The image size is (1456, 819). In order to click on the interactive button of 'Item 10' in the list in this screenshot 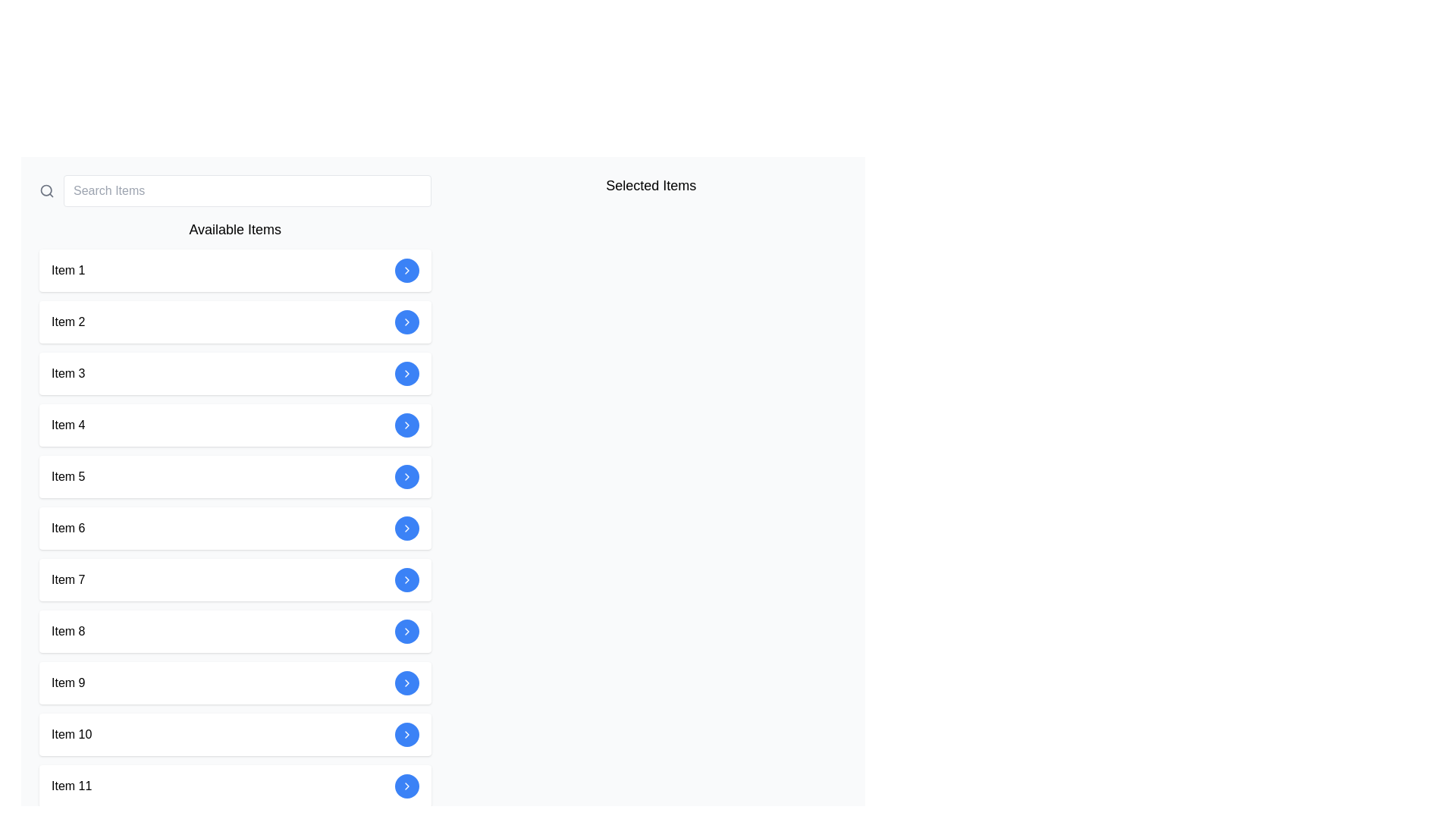, I will do `click(234, 733)`.